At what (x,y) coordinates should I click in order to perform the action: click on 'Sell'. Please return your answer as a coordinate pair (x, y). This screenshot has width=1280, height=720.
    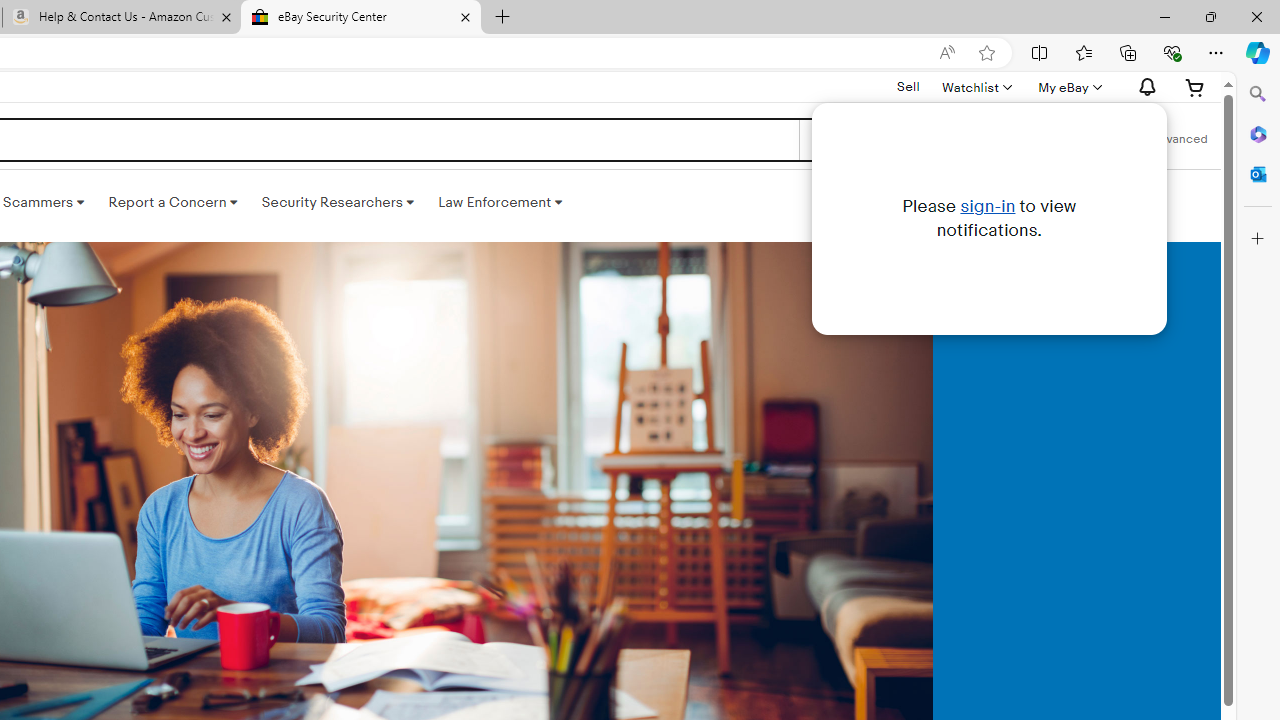
    Looking at the image, I should click on (907, 86).